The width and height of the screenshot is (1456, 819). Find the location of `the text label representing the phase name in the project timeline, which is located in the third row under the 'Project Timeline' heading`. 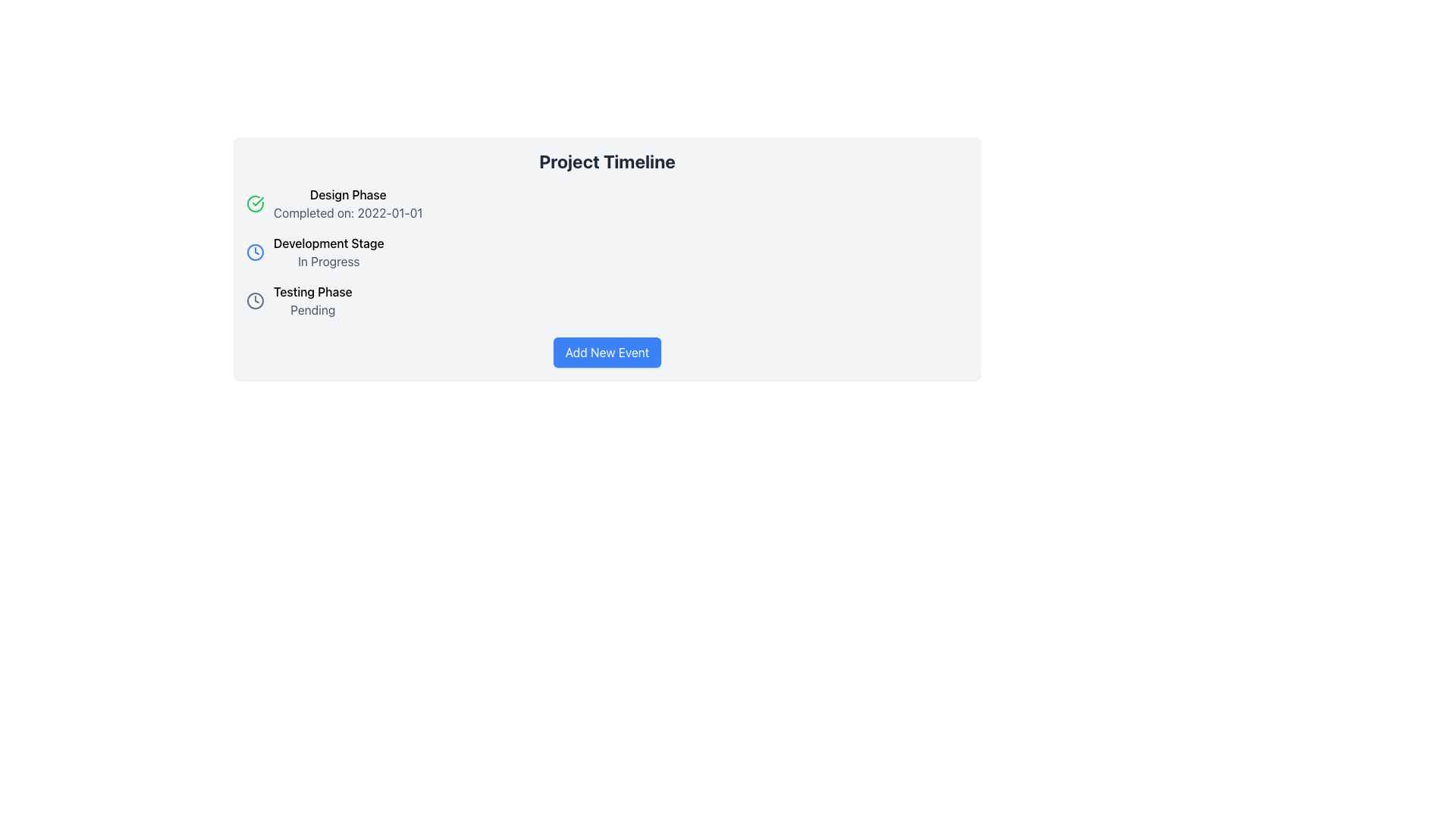

the text label representing the phase name in the project timeline, which is located in the third row under the 'Project Timeline' heading is located at coordinates (312, 292).